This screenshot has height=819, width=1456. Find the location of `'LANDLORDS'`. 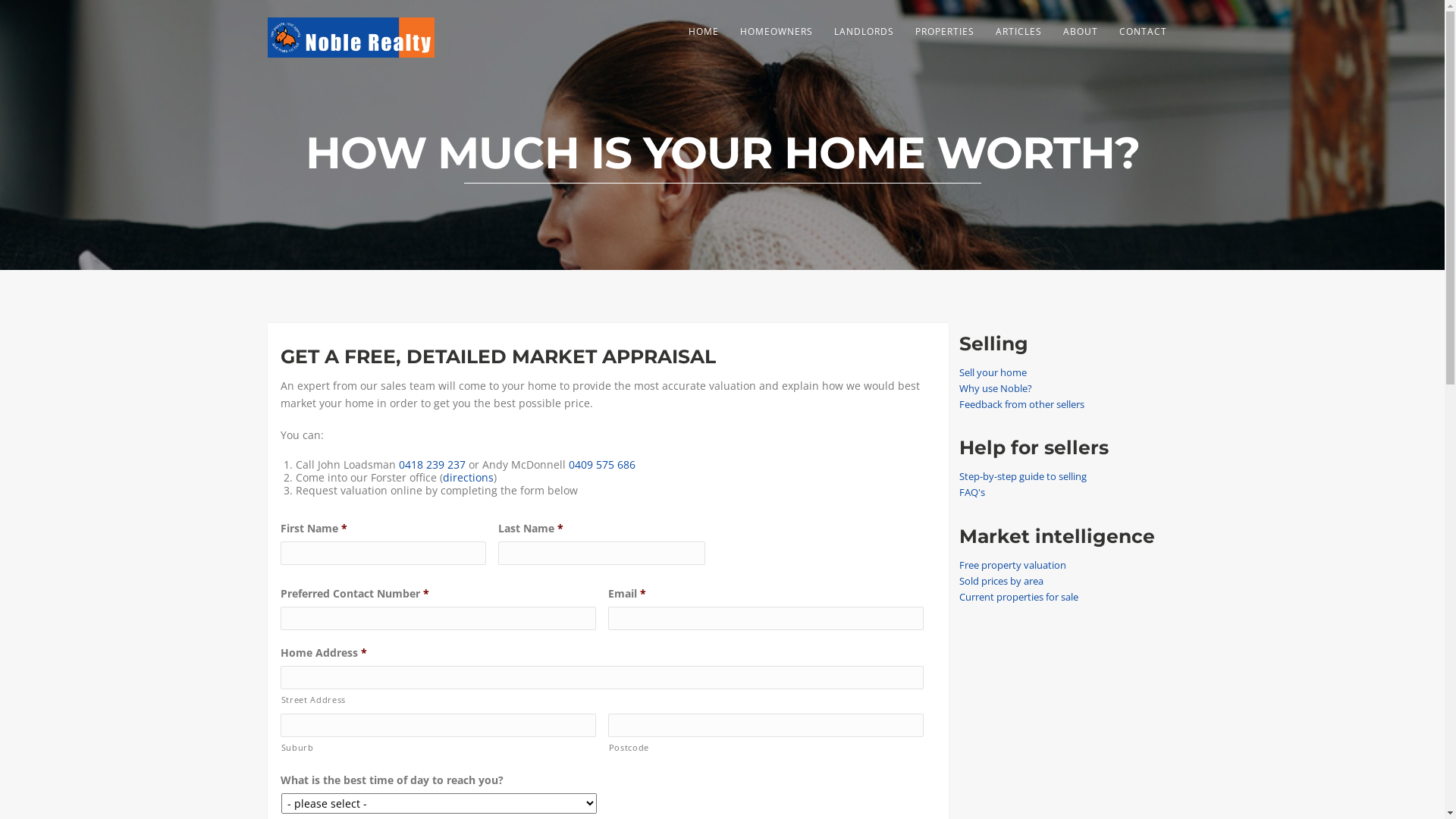

'LANDLORDS' is located at coordinates (864, 32).